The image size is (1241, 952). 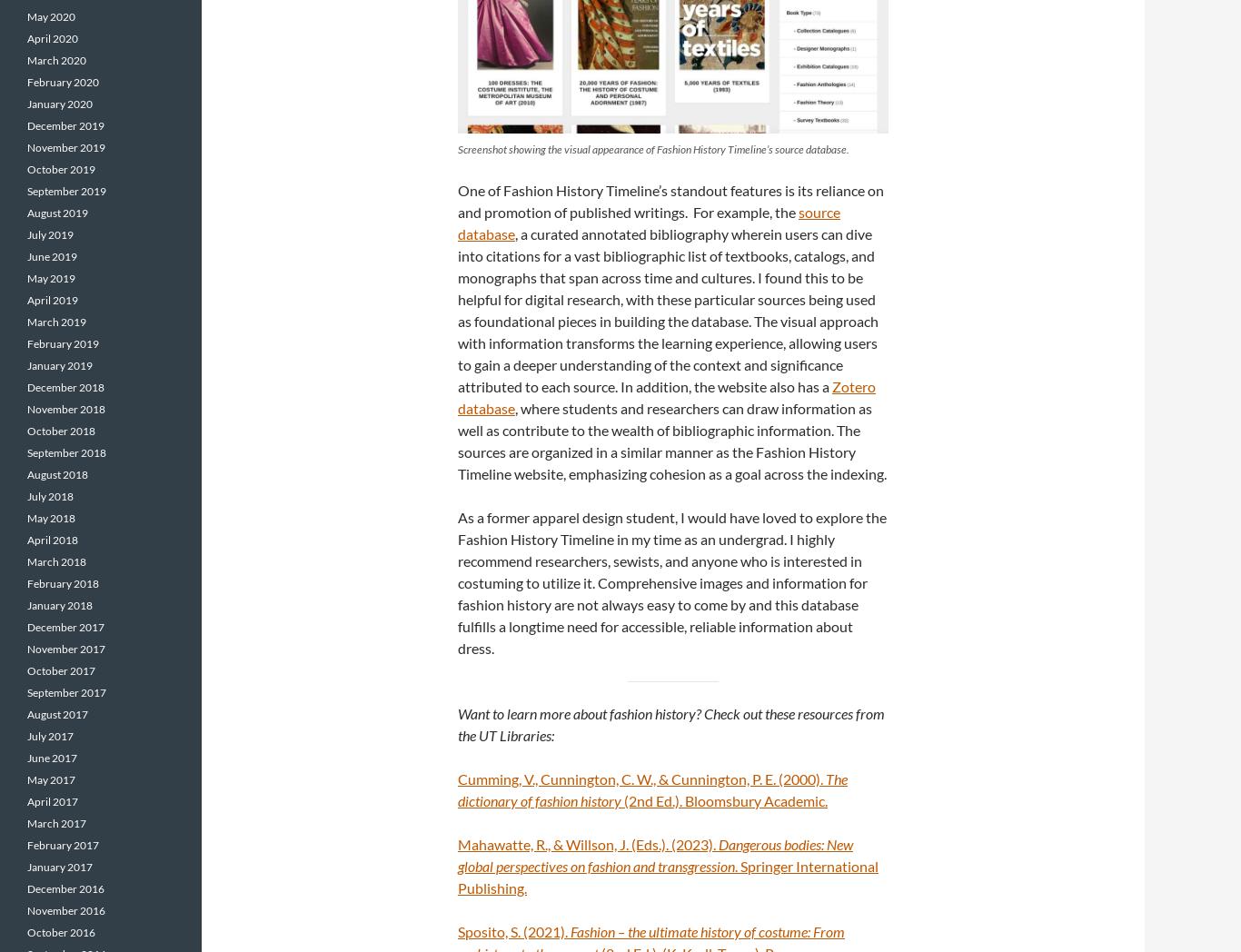 What do you see at coordinates (666, 396) in the screenshot?
I see `'Zotero database'` at bounding box center [666, 396].